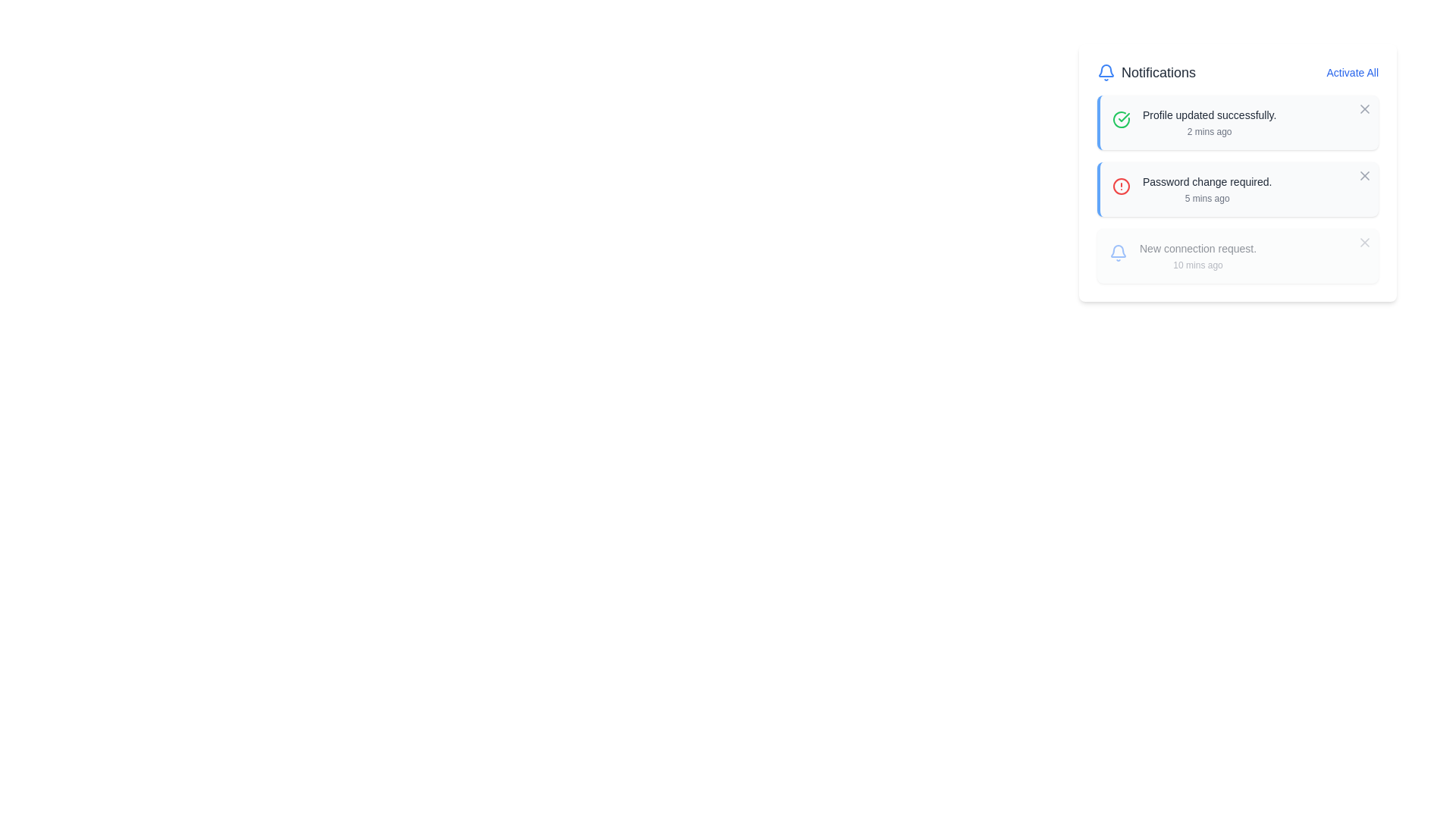  I want to click on the green circular icon with a checkmark in the center located on the left side of the 'Profile updated successfully.' notification in the notification UI, so click(1121, 119).